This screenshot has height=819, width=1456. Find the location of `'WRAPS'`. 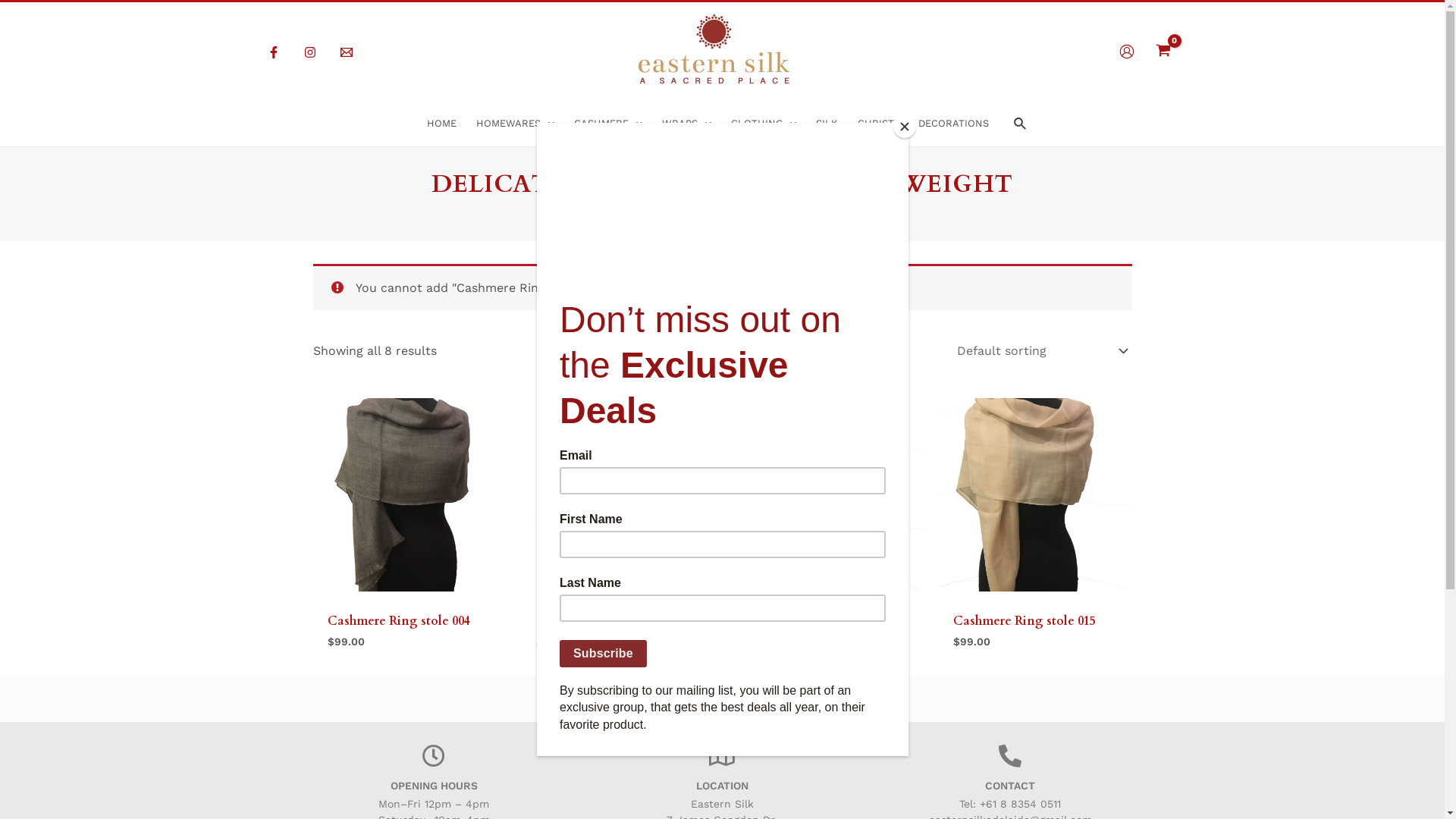

'WRAPS' is located at coordinates (686, 122).